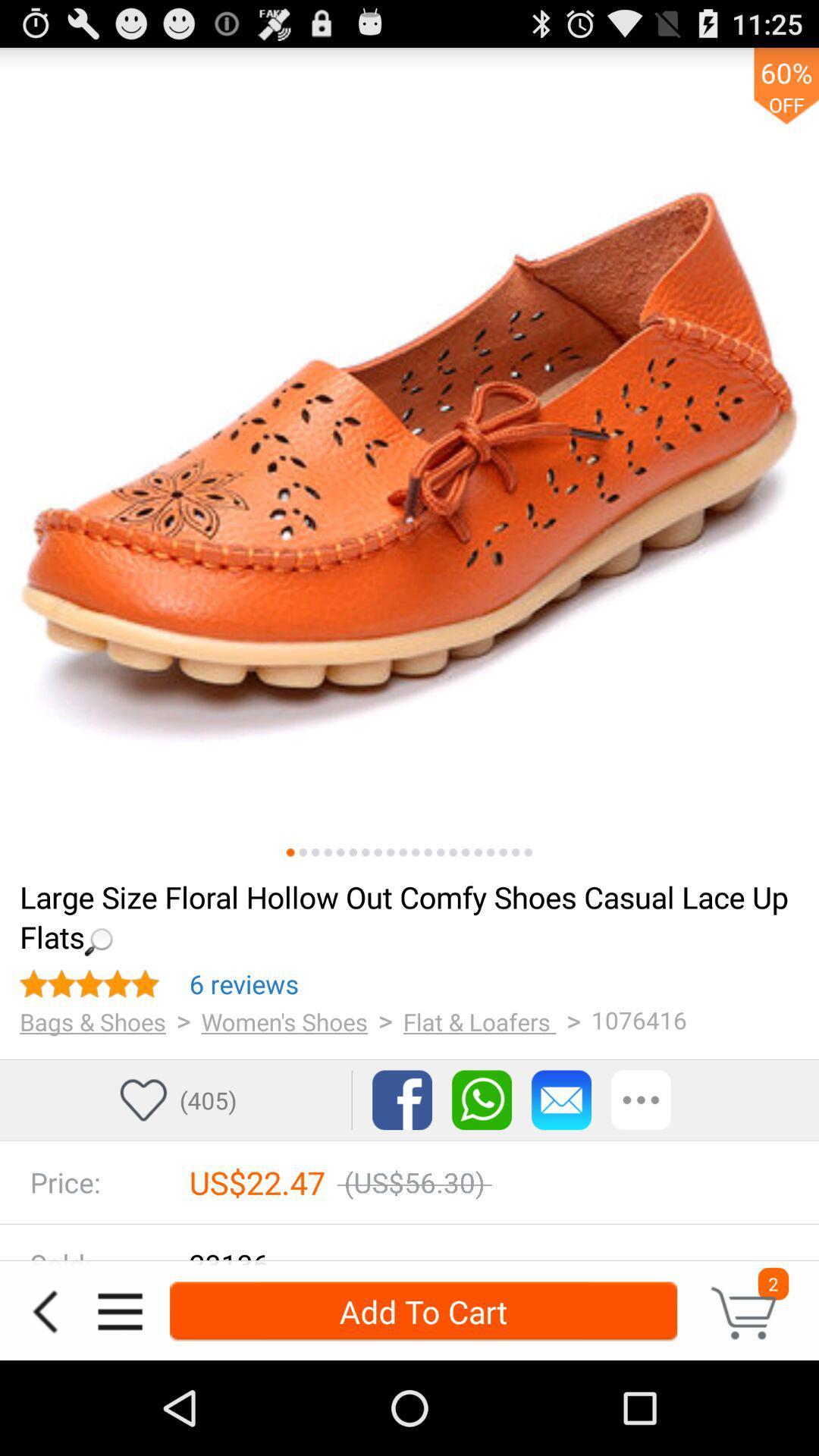  What do you see at coordinates (482, 1100) in the screenshot?
I see `share article on whatsapp` at bounding box center [482, 1100].